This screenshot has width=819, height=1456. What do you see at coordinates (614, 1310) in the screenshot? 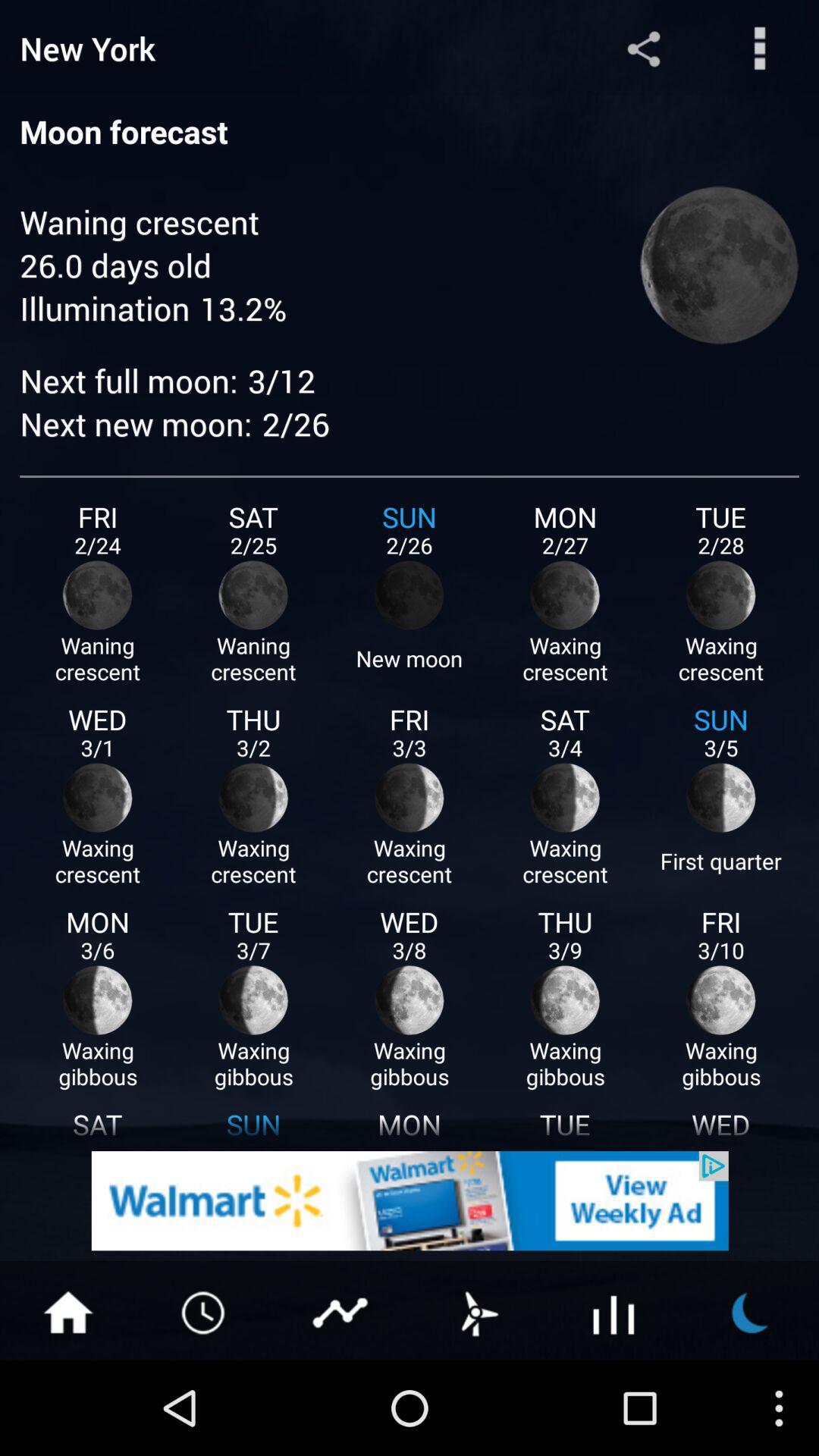
I see `detaild 10-day forecast` at bounding box center [614, 1310].